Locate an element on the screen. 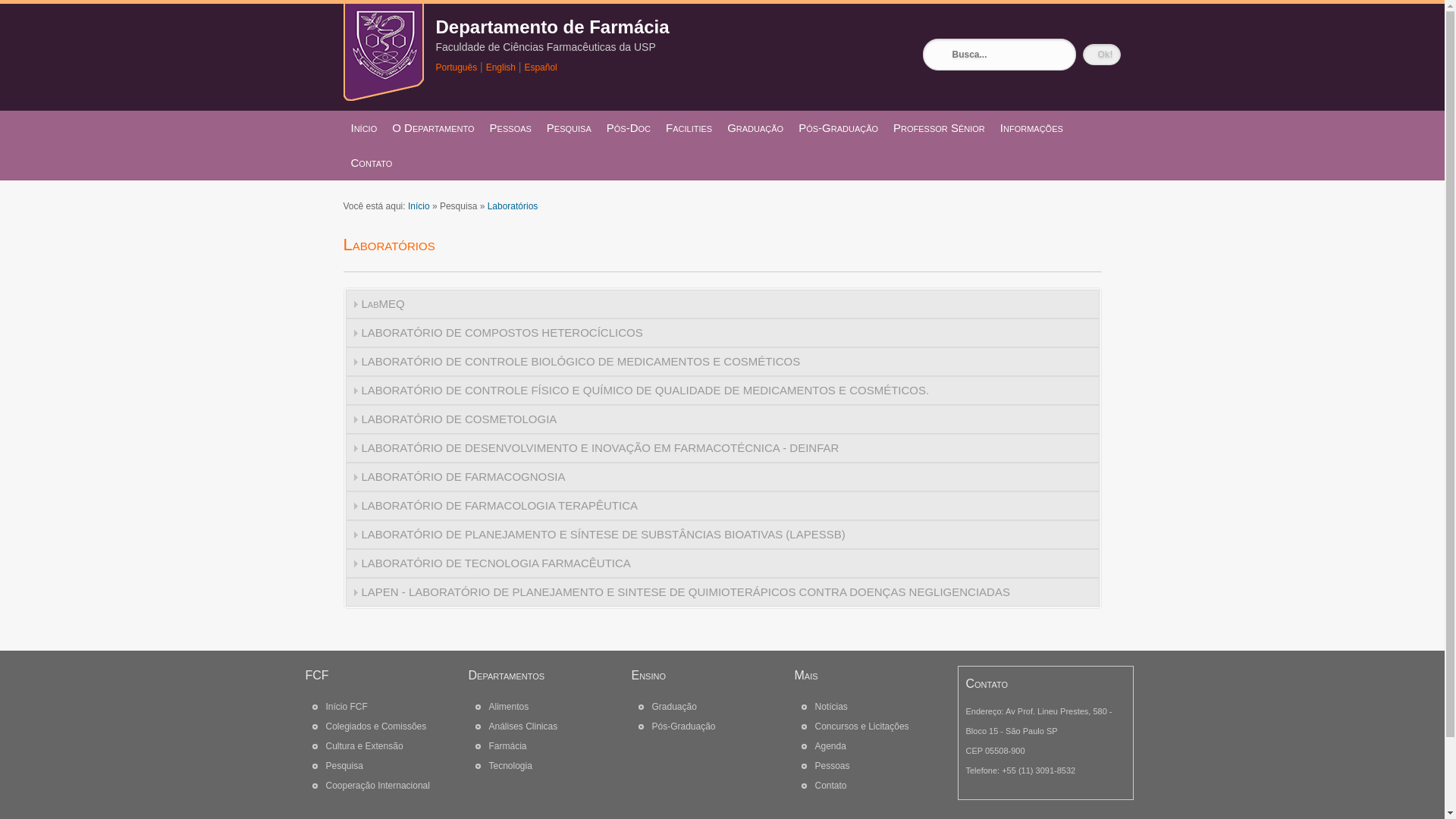 The width and height of the screenshot is (1456, 819). 'Contato' is located at coordinates (371, 163).